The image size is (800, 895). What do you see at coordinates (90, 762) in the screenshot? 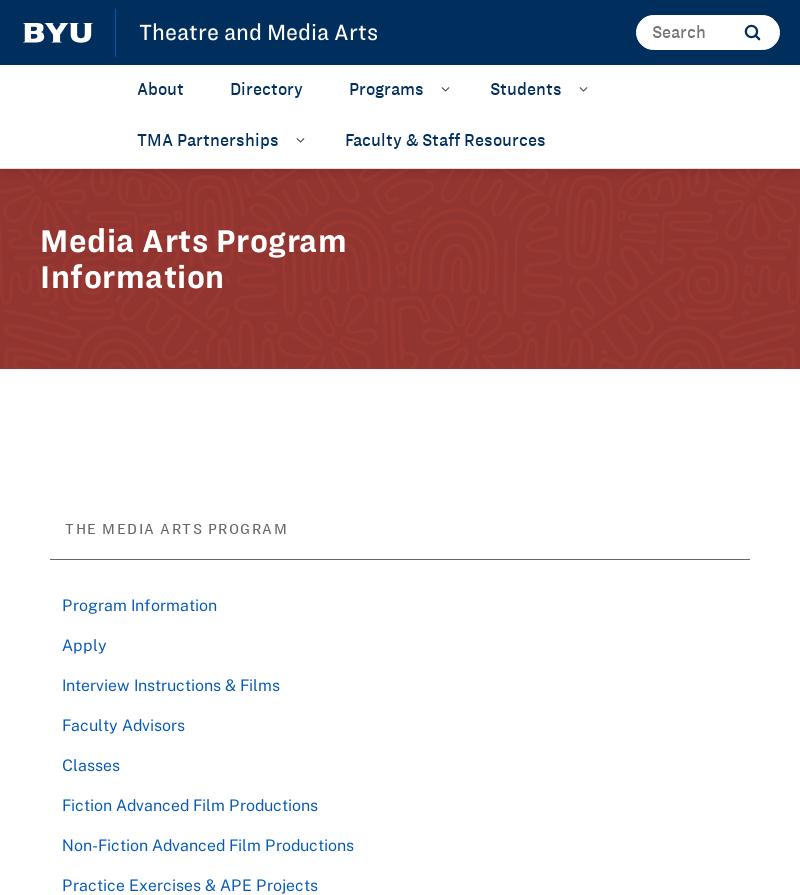
I see `'Classes'` at bounding box center [90, 762].